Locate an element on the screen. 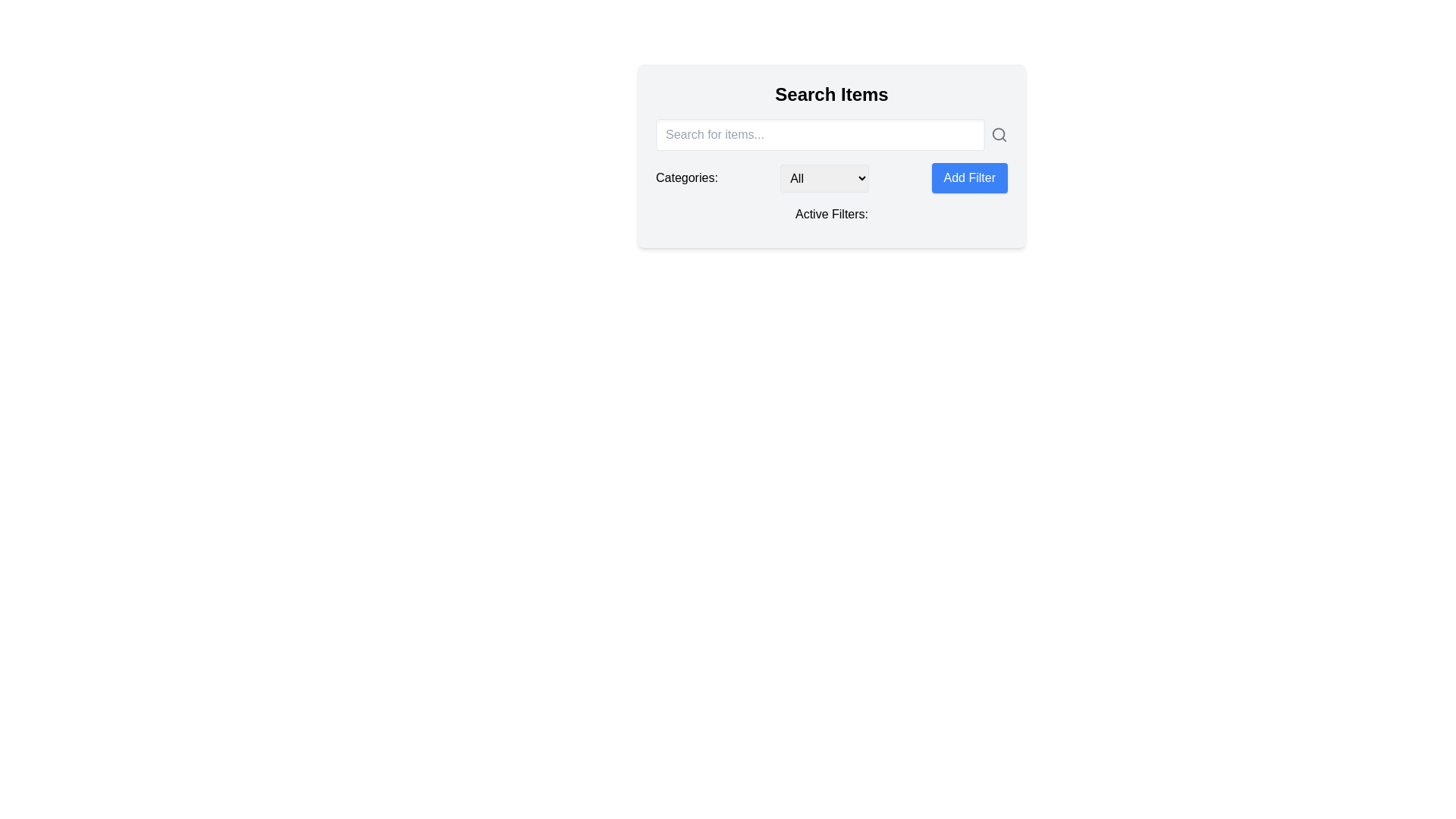 The width and height of the screenshot is (1456, 819). the blue rectangular button labeled 'Add Filter' is located at coordinates (968, 177).